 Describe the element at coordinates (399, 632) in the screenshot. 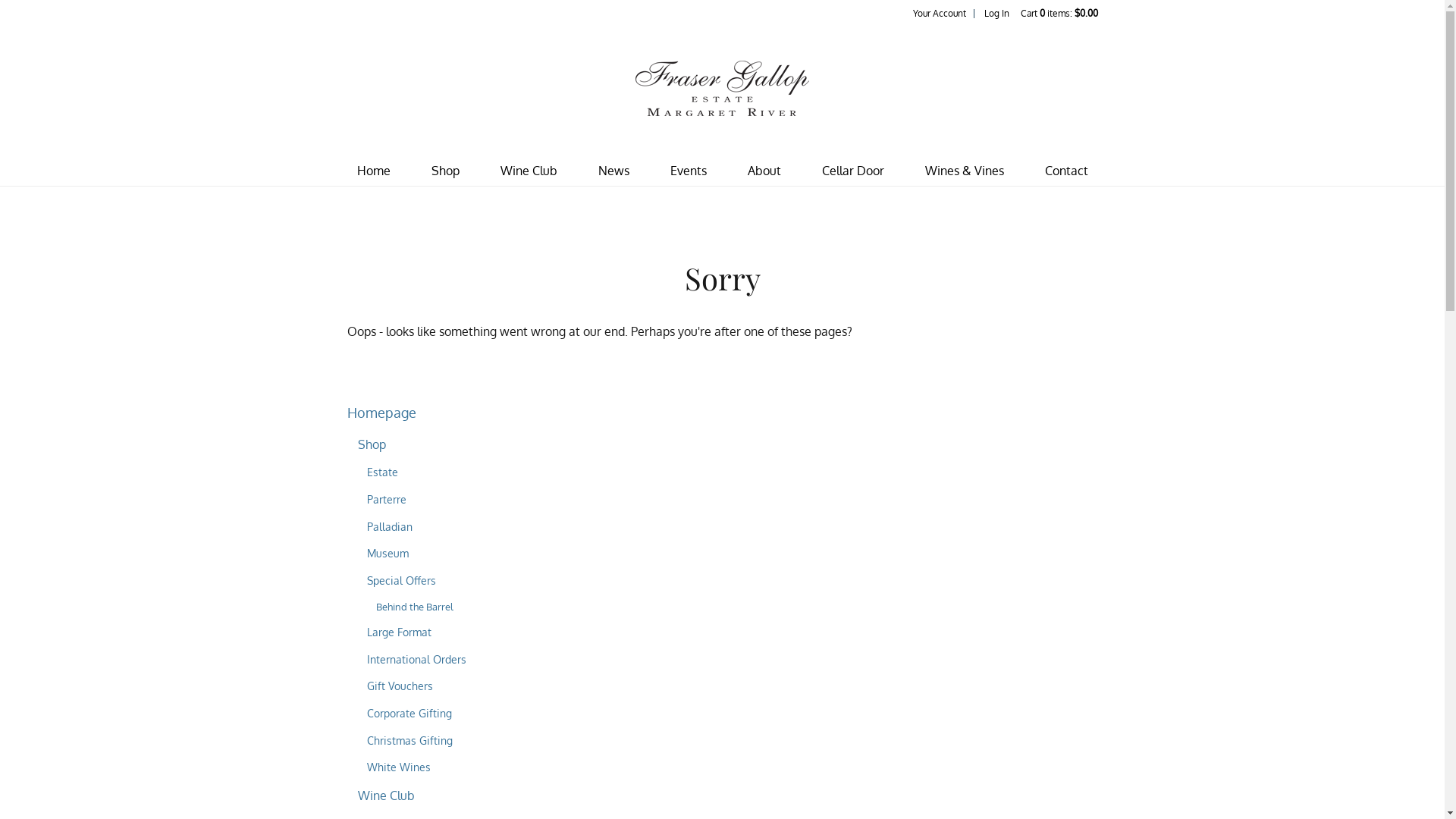

I see `'Large Format'` at that location.